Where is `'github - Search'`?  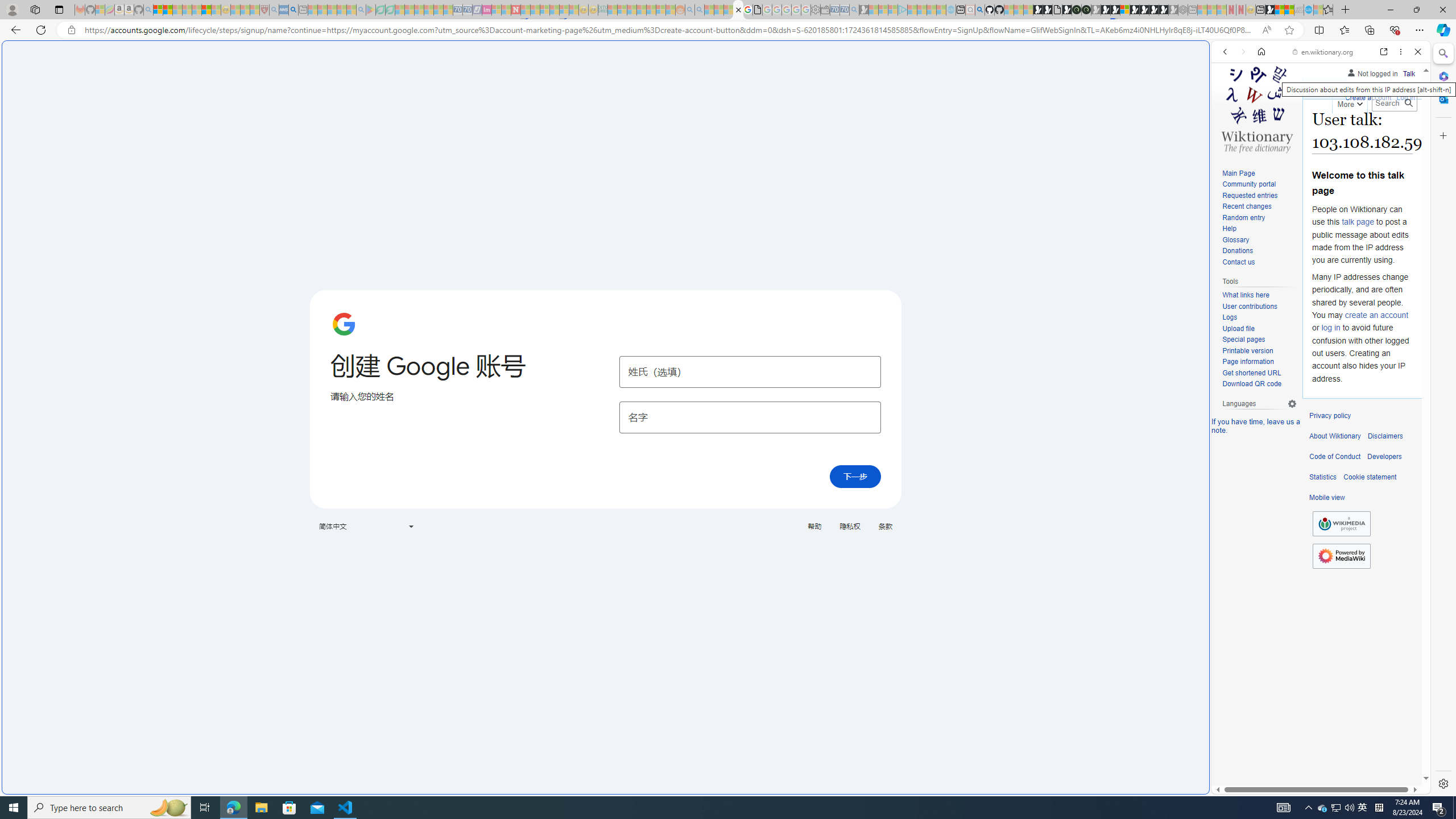 'github - Search' is located at coordinates (979, 9).